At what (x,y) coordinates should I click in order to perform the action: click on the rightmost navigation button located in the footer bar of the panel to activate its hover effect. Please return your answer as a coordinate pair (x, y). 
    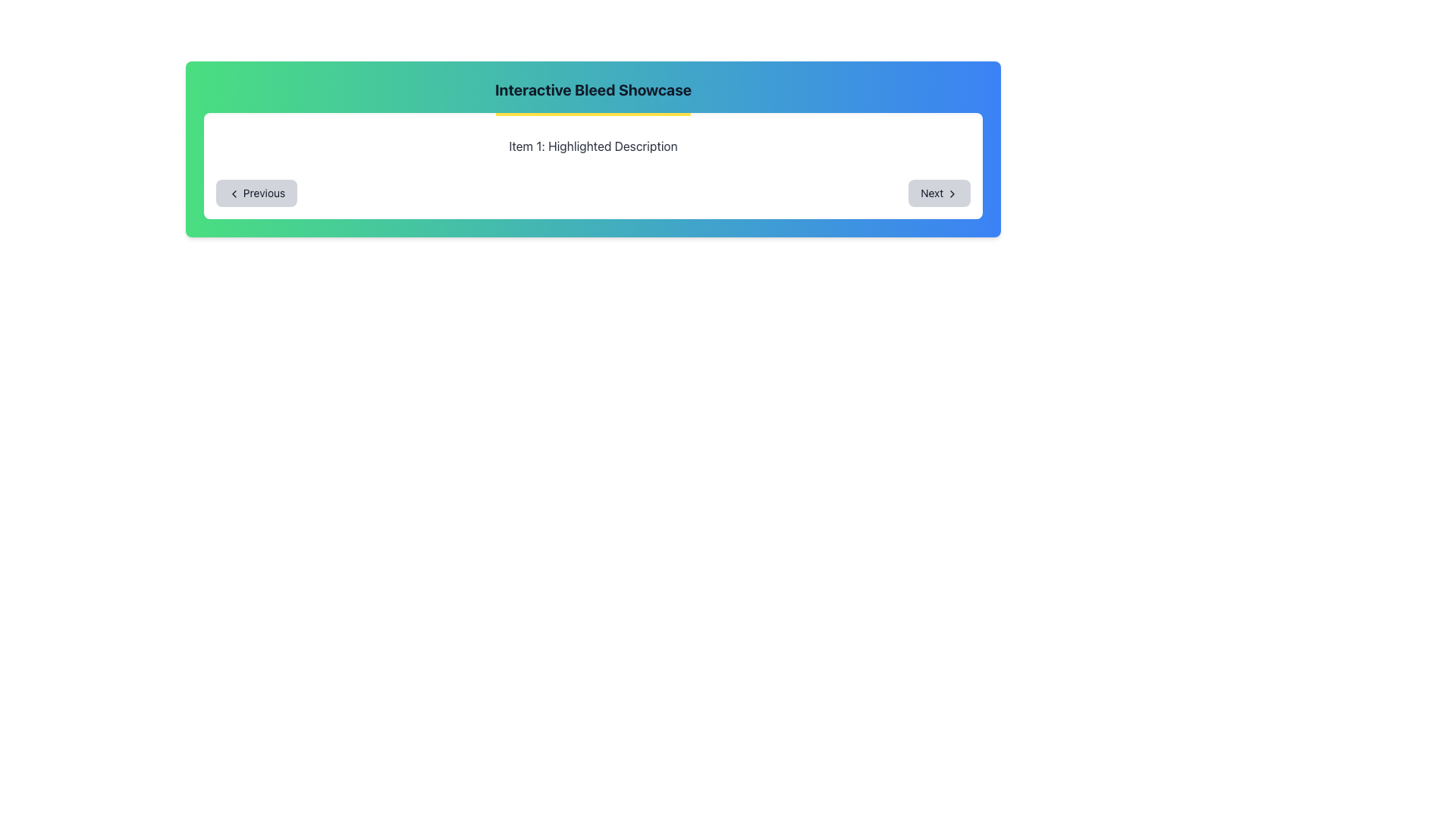
    Looking at the image, I should click on (939, 192).